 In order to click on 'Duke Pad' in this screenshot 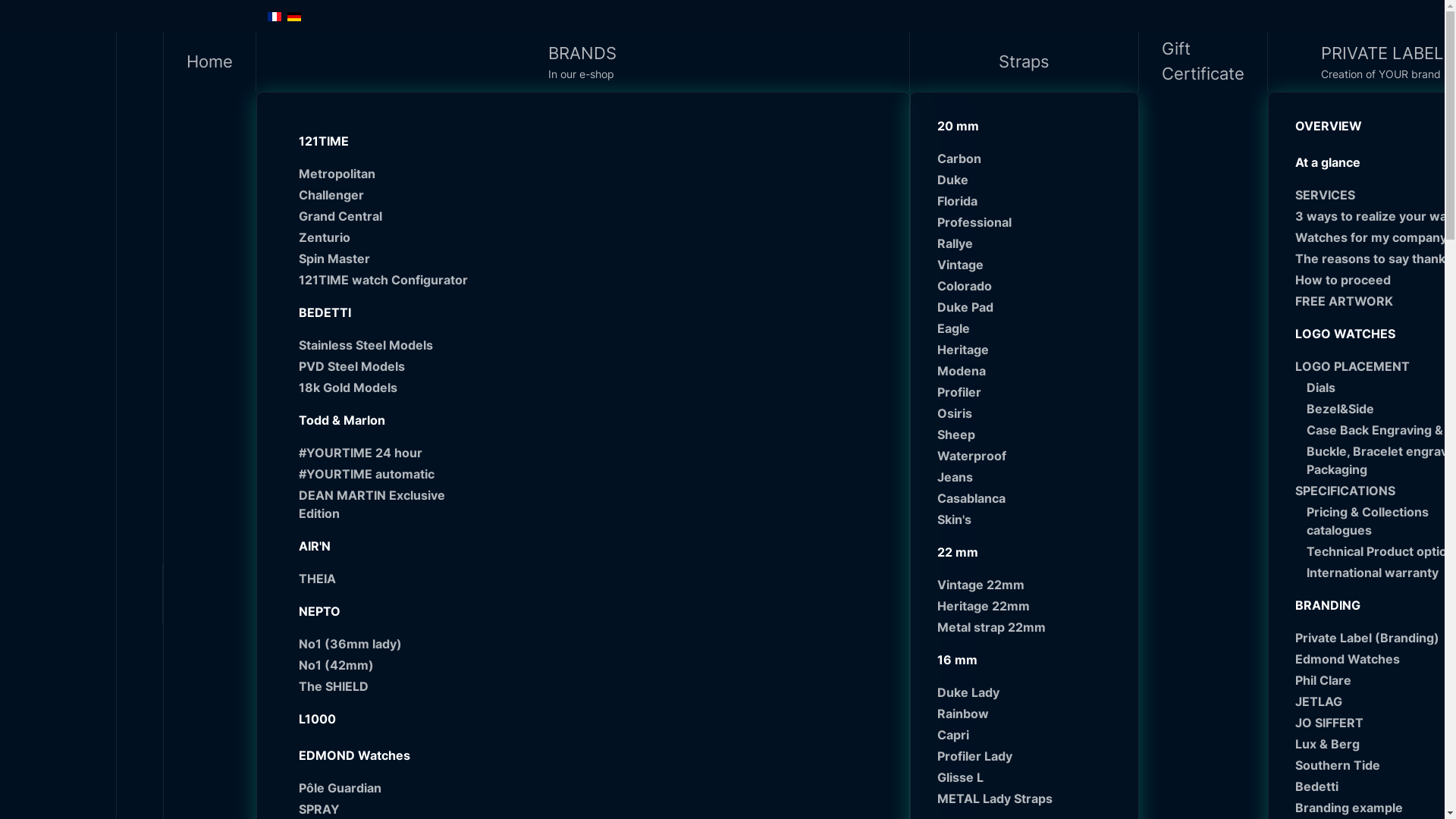, I will do `click(1030, 307)`.